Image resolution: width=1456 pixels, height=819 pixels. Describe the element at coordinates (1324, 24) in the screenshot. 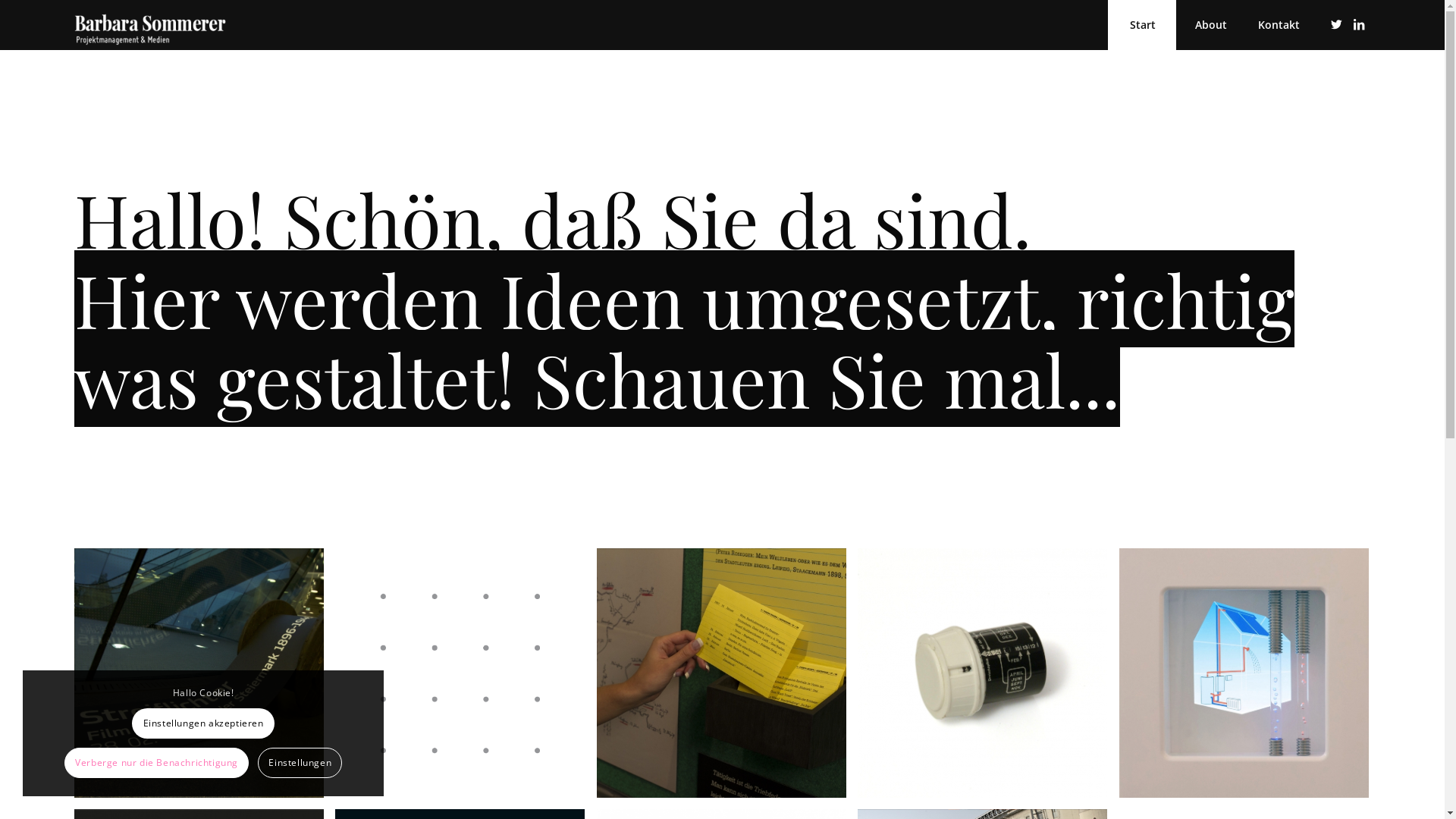

I see `'Twitter'` at that location.